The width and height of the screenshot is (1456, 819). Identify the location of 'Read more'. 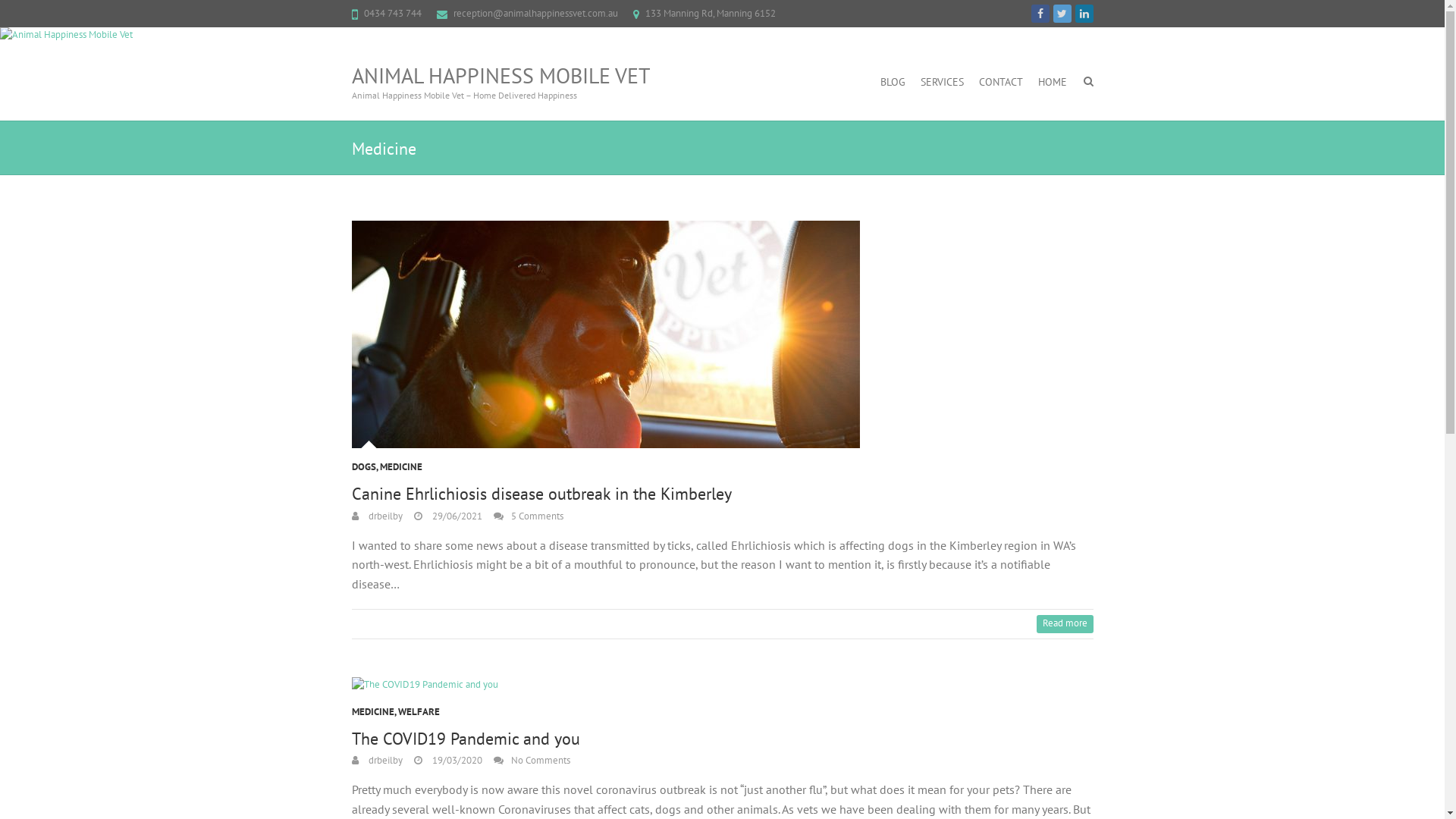
(1063, 623).